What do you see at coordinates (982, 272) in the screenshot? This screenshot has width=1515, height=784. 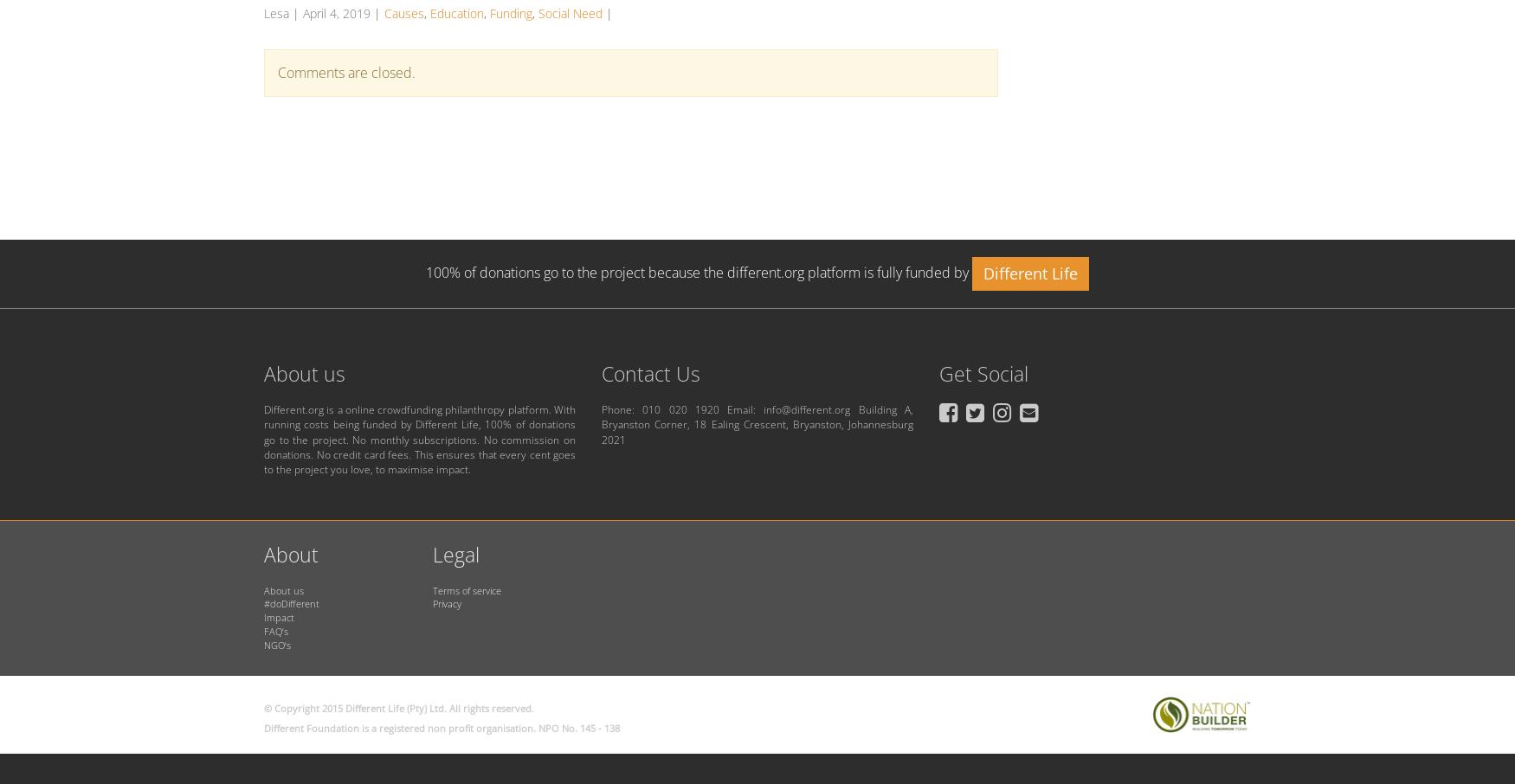 I see `'Different Life'` at bounding box center [982, 272].